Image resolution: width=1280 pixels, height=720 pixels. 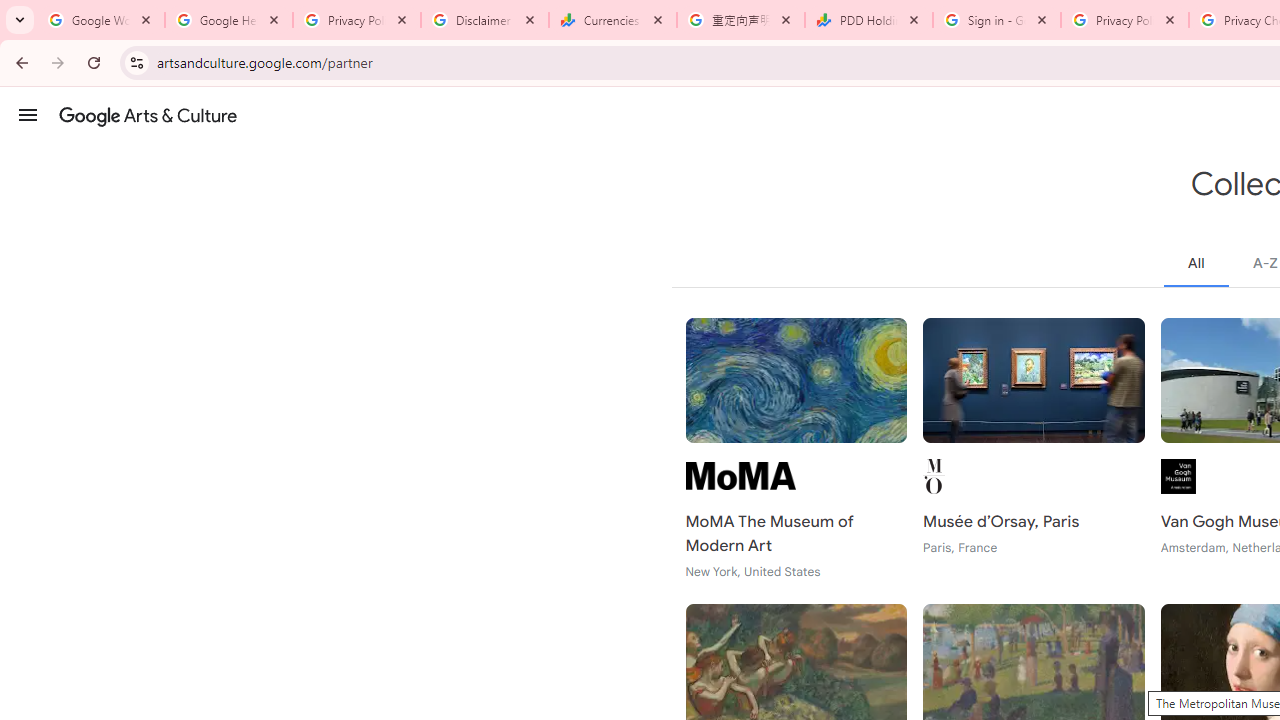 What do you see at coordinates (28, 114) in the screenshot?
I see `'Menu'` at bounding box center [28, 114].